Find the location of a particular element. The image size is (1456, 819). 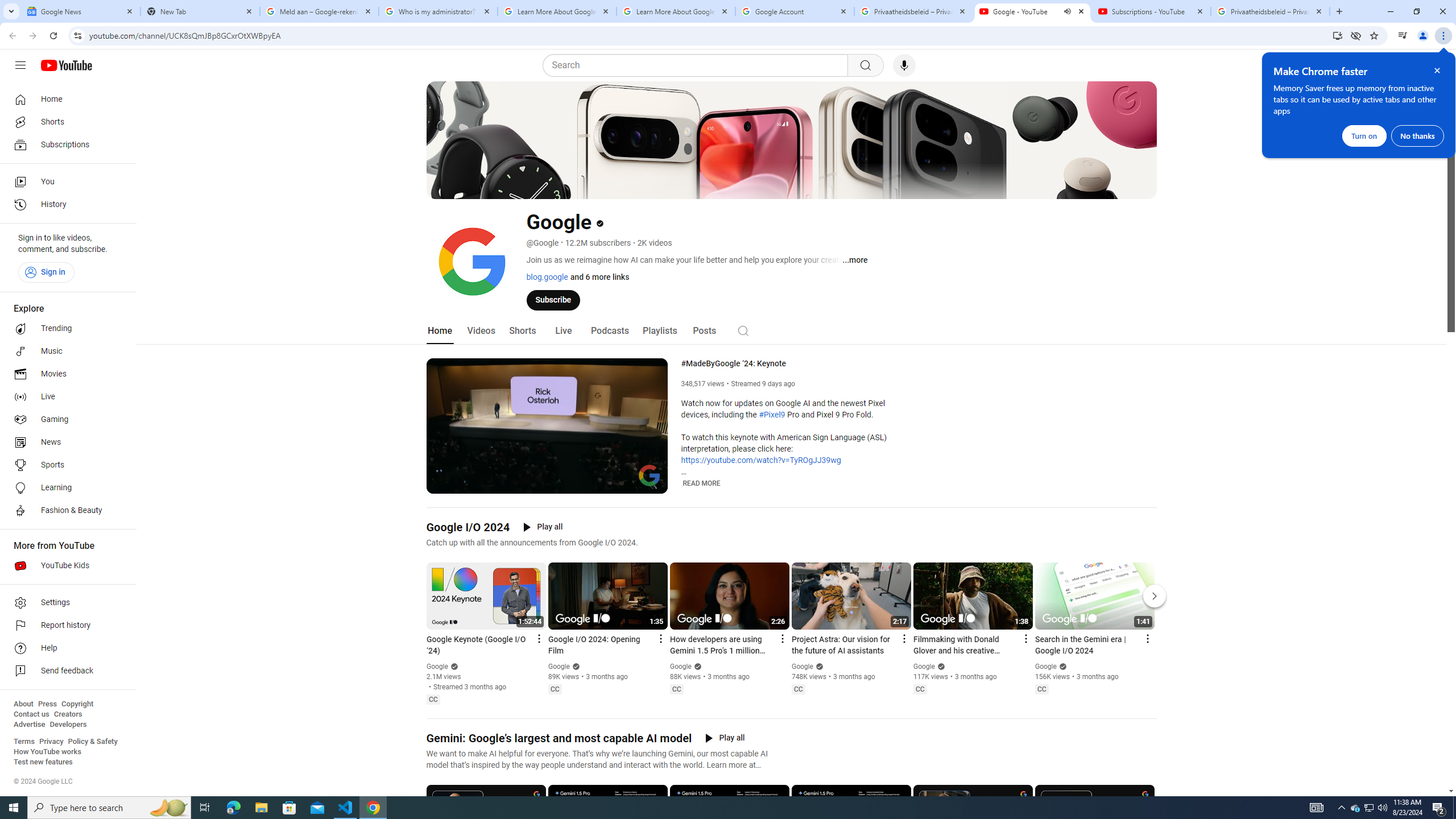

'Contact us' is located at coordinates (31, 714).